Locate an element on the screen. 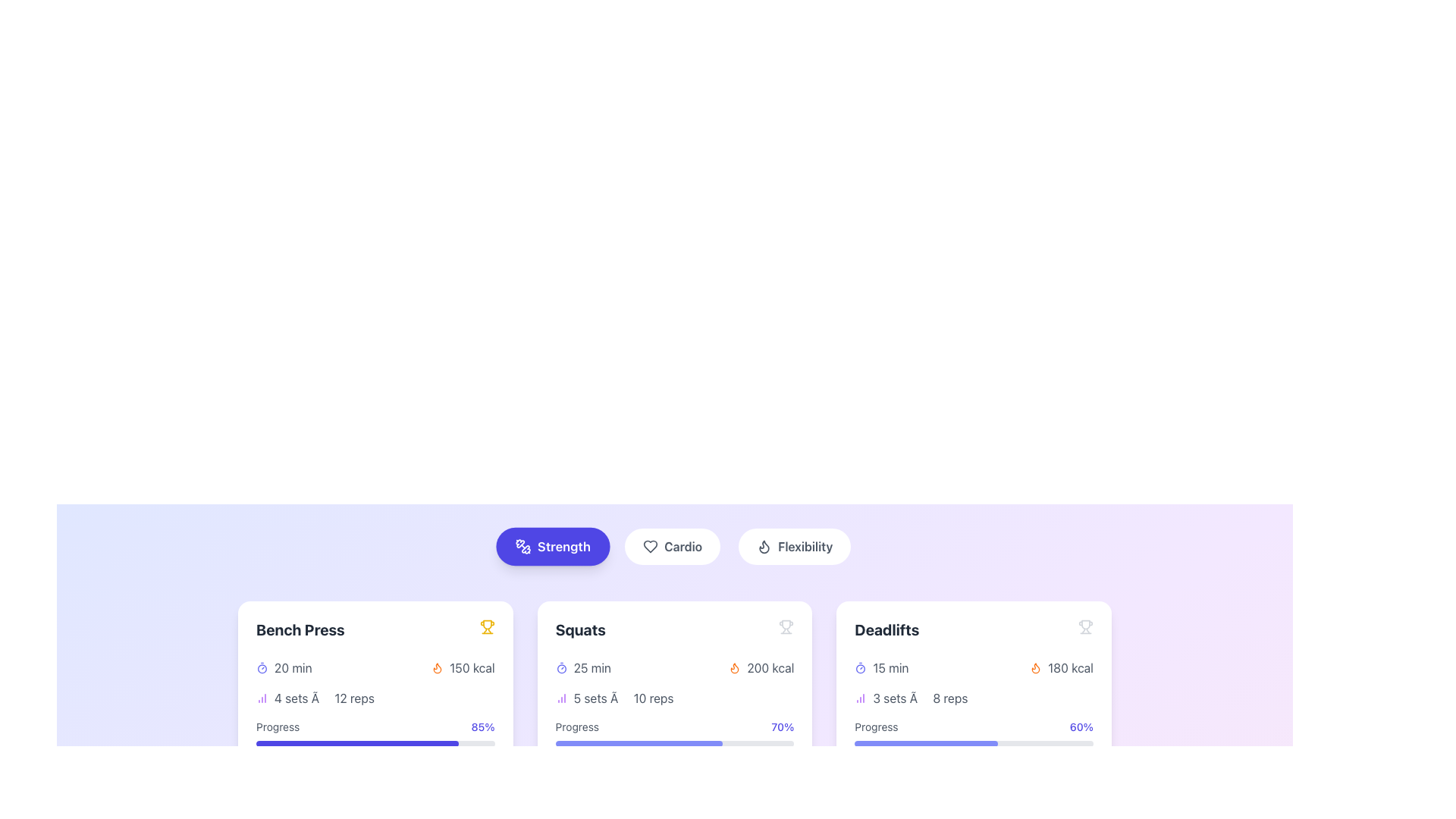 The height and width of the screenshot is (819, 1456). displayed information on the label showing '15 minutes' associated with the 'Deadlifts' activity, located in the top-left corner of the 'Deadlifts' card is located at coordinates (881, 667).